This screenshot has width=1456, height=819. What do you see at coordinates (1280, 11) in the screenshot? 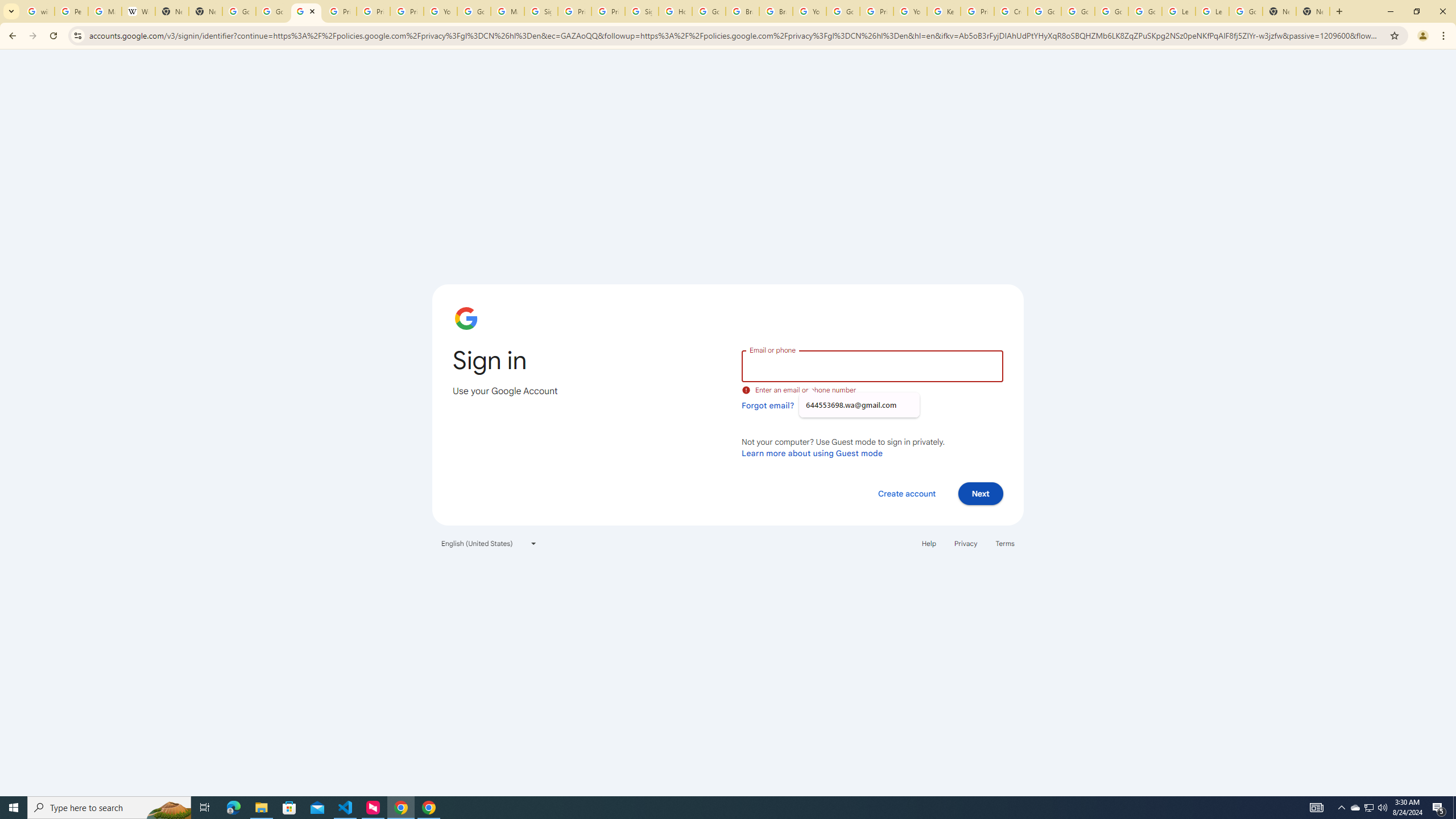
I see `'New Tab'` at bounding box center [1280, 11].